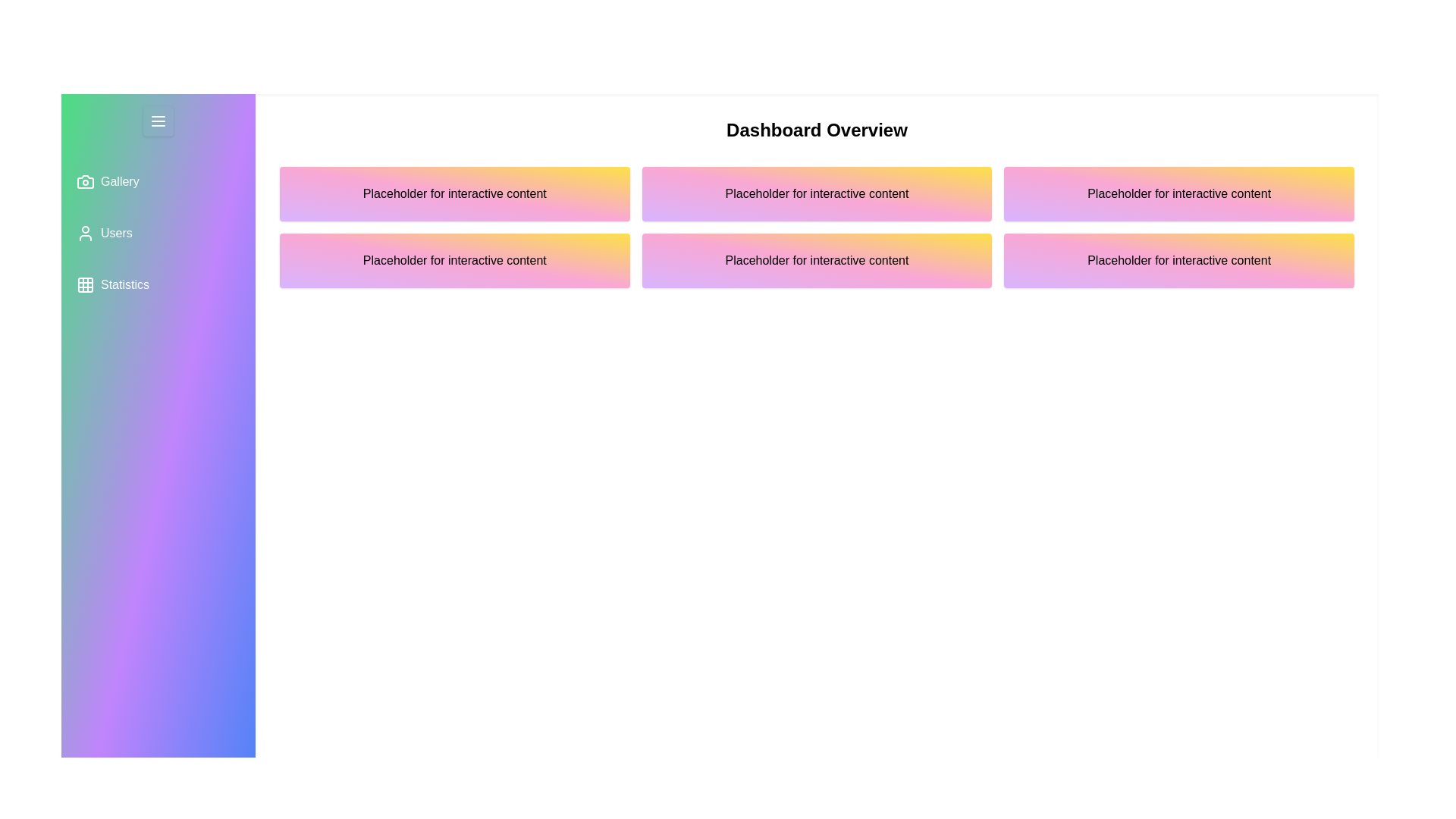 This screenshot has width=1456, height=819. Describe the element at coordinates (158, 120) in the screenshot. I see `the menu button to toggle the drawer` at that location.